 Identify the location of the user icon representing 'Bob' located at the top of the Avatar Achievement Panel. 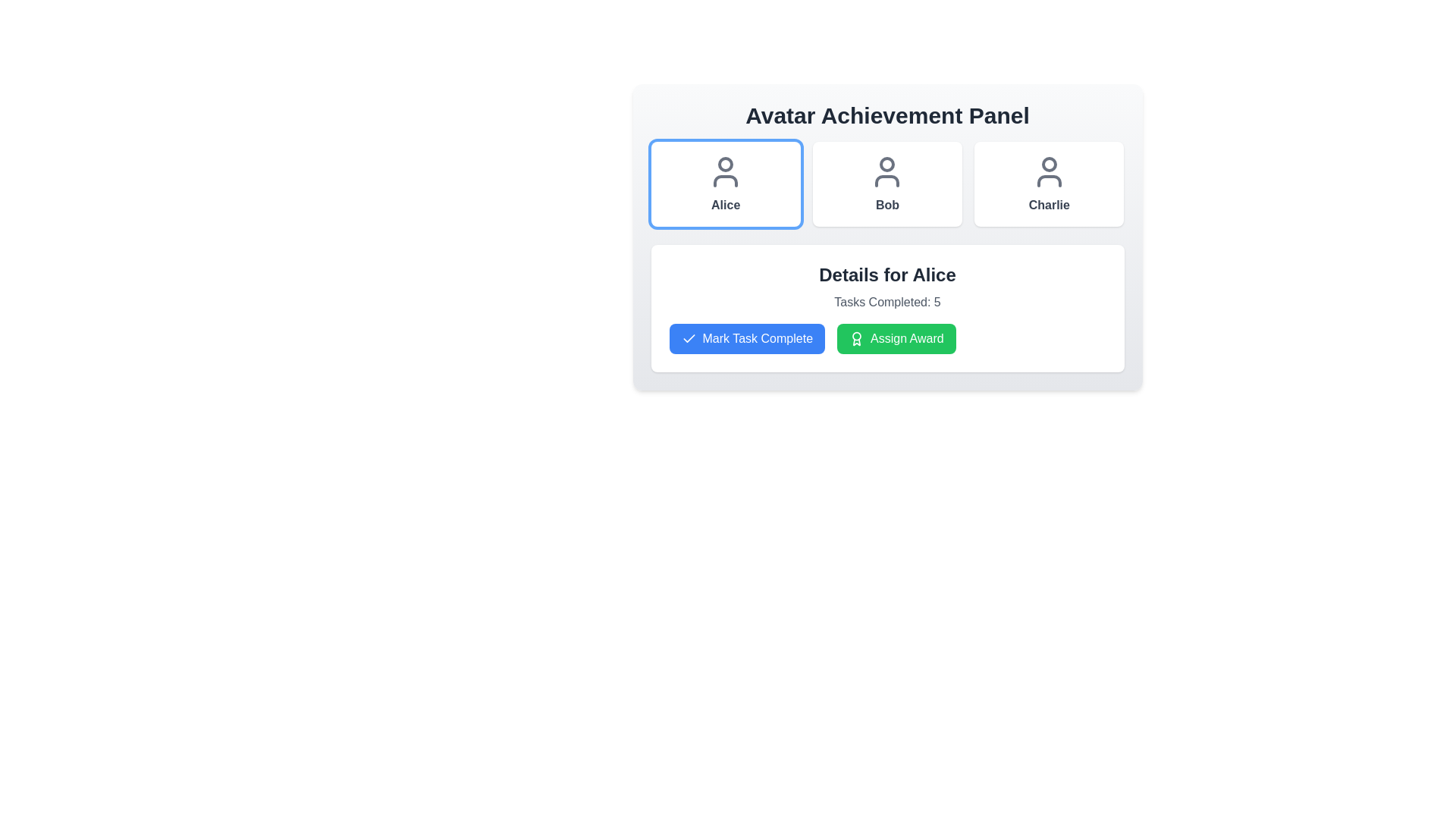
(887, 171).